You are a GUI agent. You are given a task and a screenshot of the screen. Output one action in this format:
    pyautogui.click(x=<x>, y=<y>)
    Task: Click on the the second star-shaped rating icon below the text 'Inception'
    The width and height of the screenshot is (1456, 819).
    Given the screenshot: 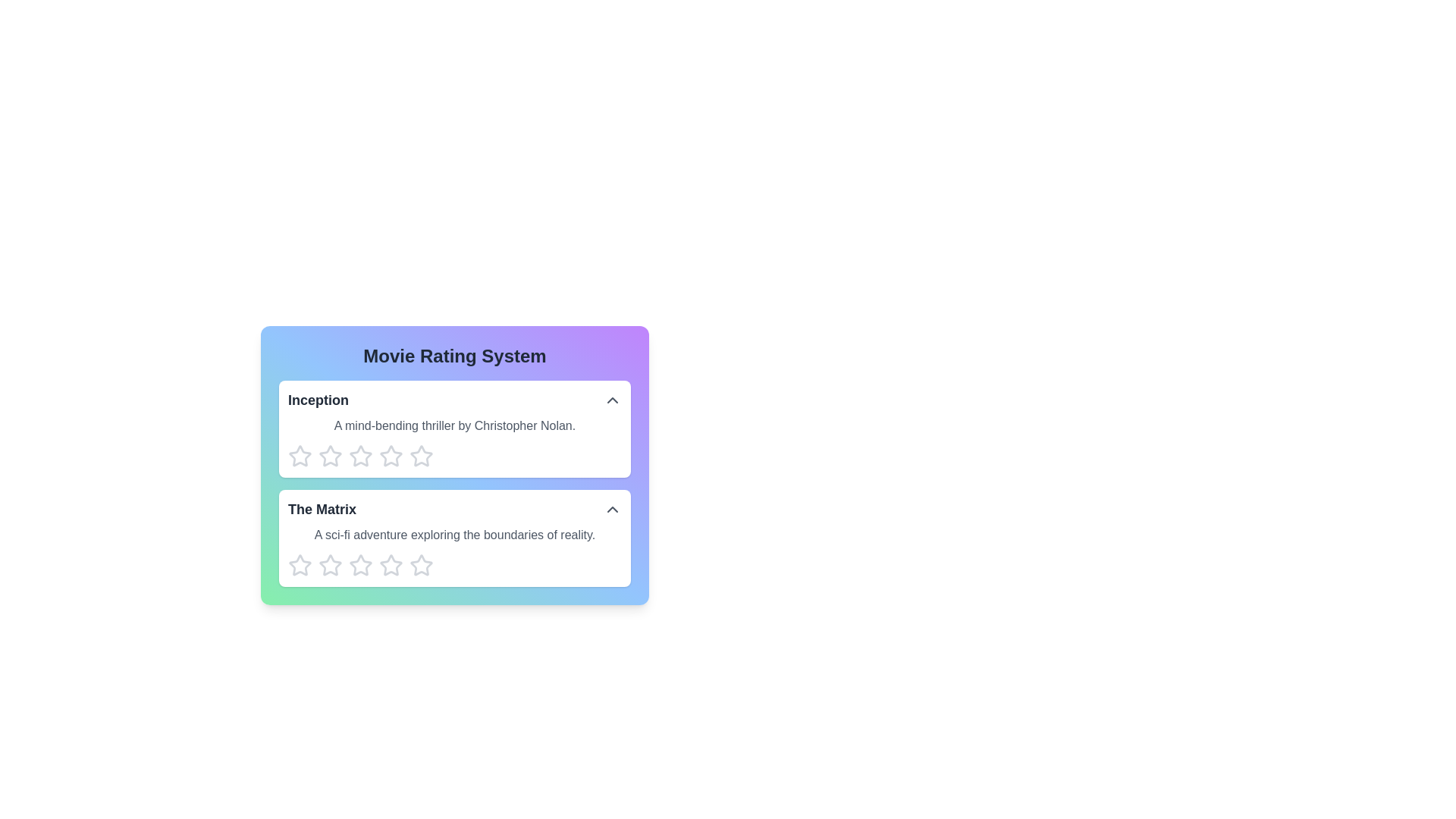 What is the action you would take?
    pyautogui.click(x=359, y=455)
    